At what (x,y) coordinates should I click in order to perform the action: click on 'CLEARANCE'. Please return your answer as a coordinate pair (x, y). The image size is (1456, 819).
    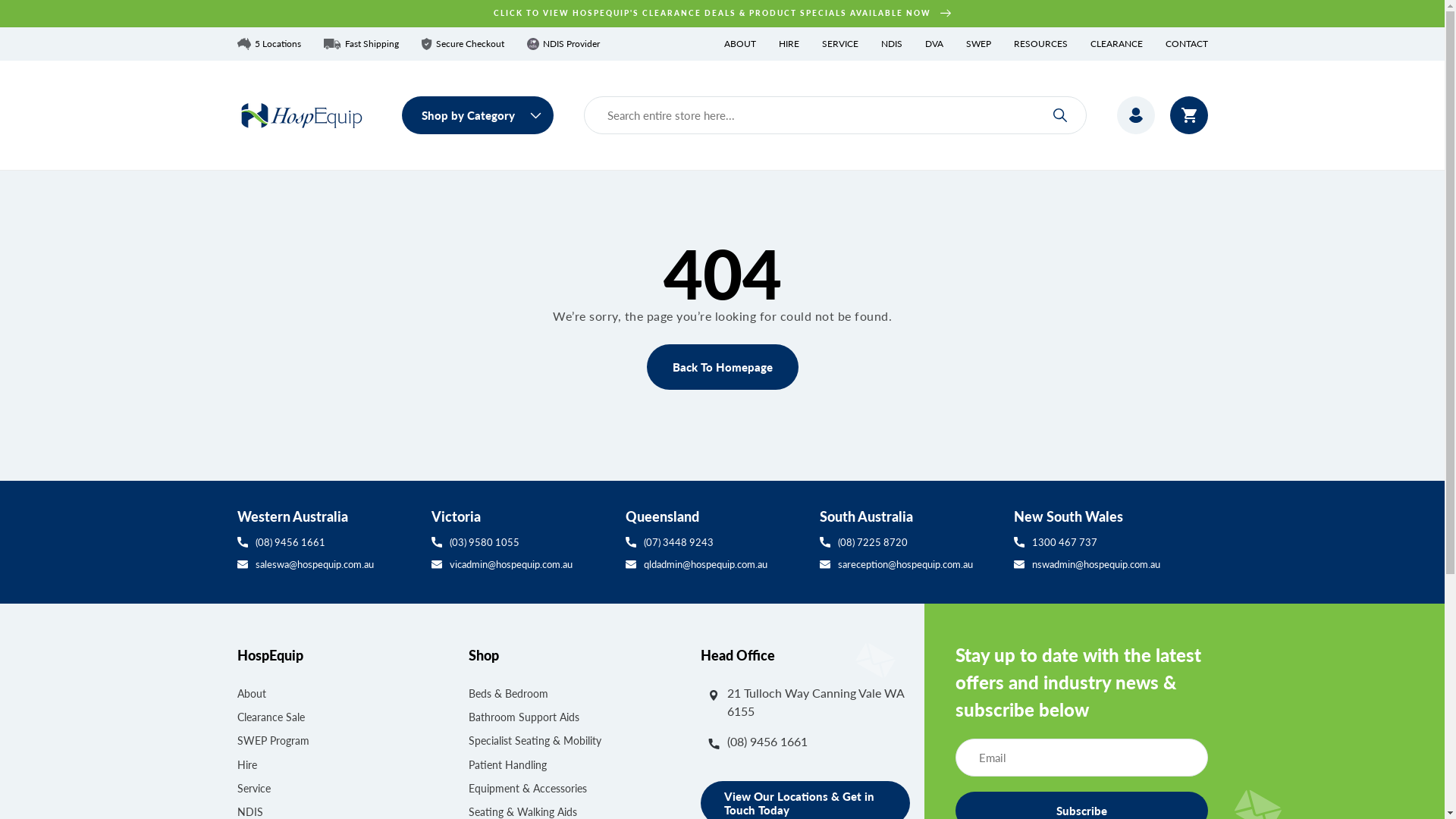
    Looking at the image, I should click on (1090, 42).